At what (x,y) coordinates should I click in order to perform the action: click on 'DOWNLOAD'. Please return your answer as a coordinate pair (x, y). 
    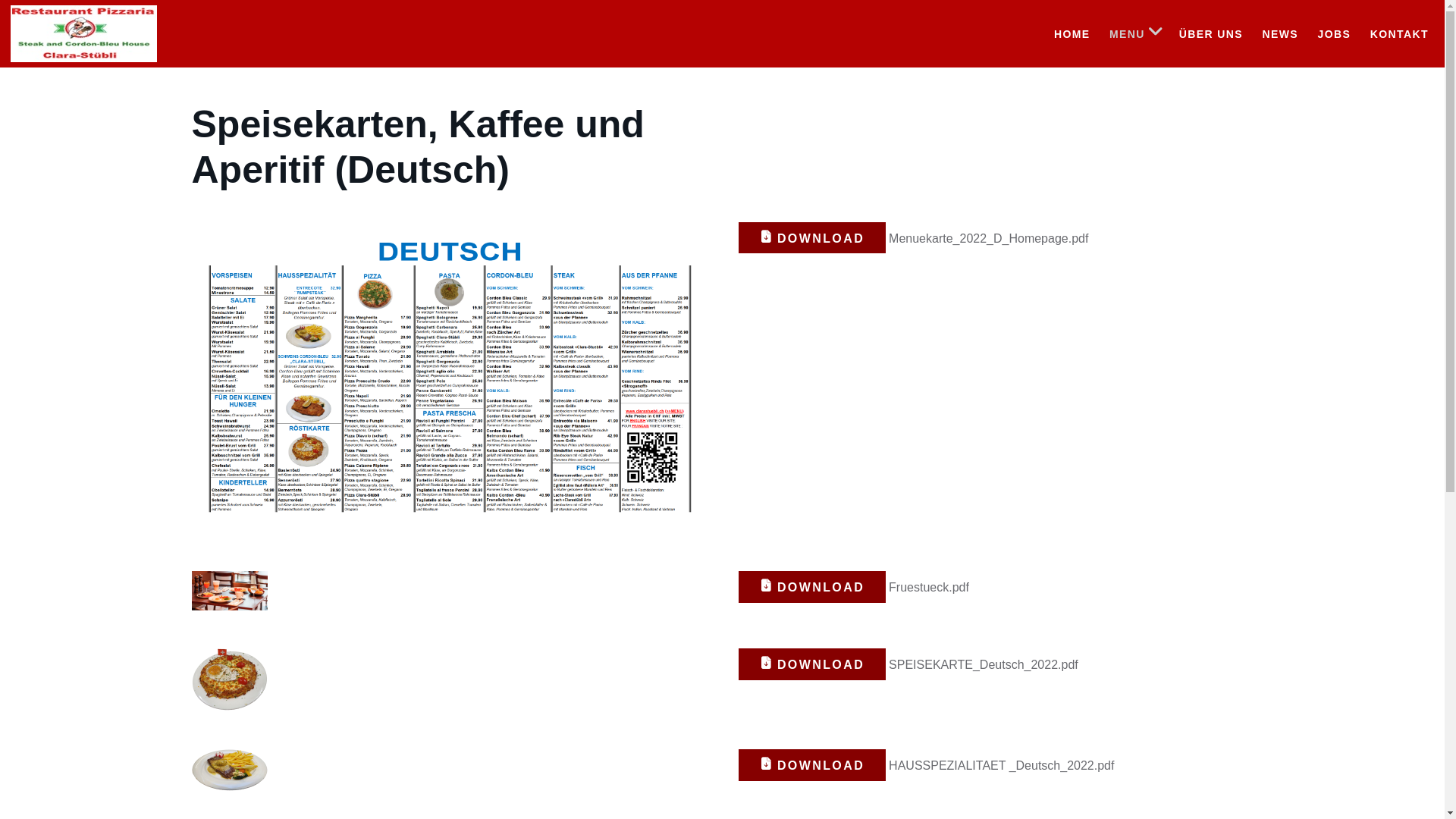
    Looking at the image, I should click on (811, 764).